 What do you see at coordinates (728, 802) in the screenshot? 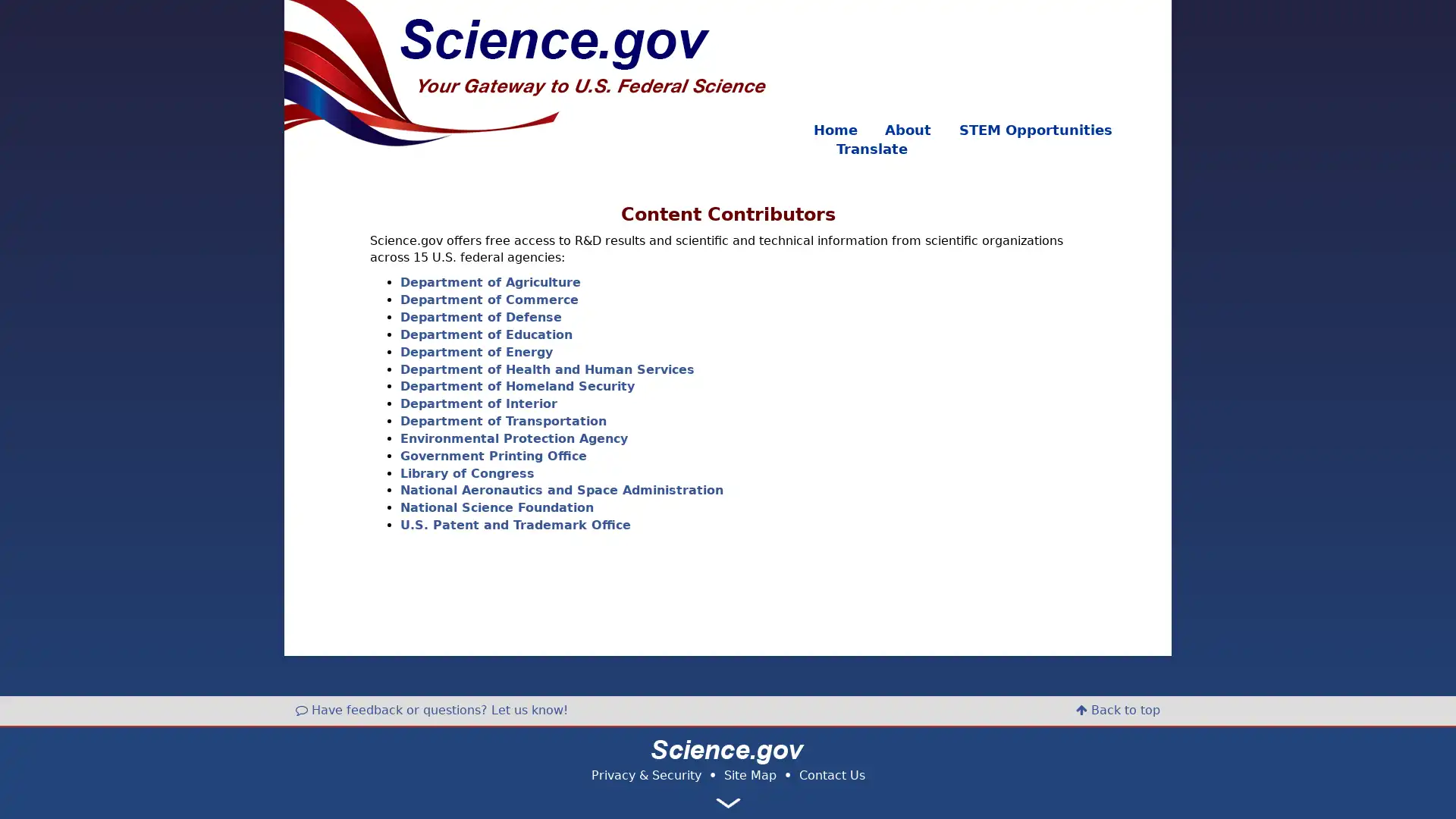
I see `expand` at bounding box center [728, 802].